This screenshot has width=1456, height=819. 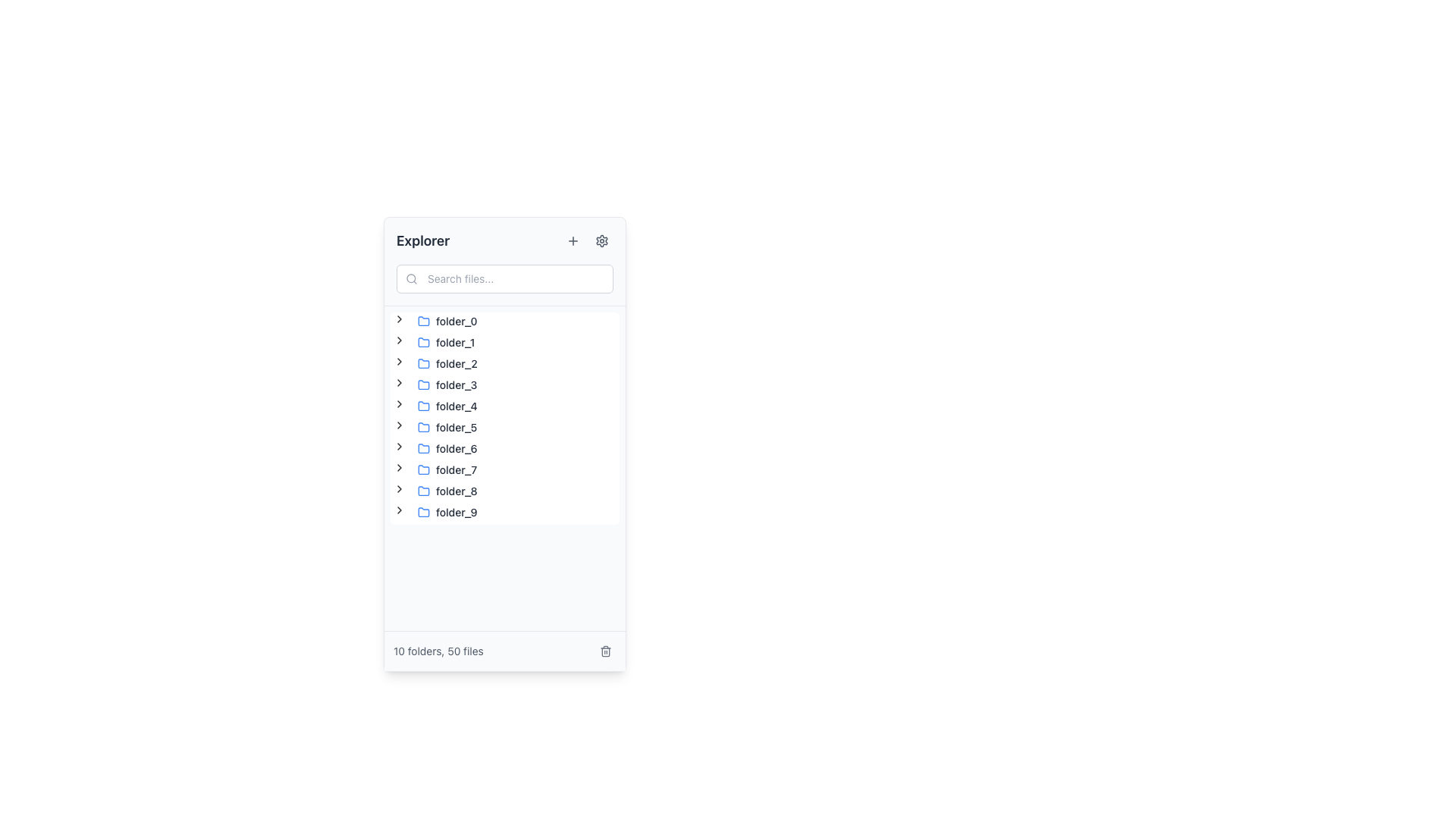 I want to click on the folder icon for 'folder_4' in the Explorer panel, so click(x=423, y=406).